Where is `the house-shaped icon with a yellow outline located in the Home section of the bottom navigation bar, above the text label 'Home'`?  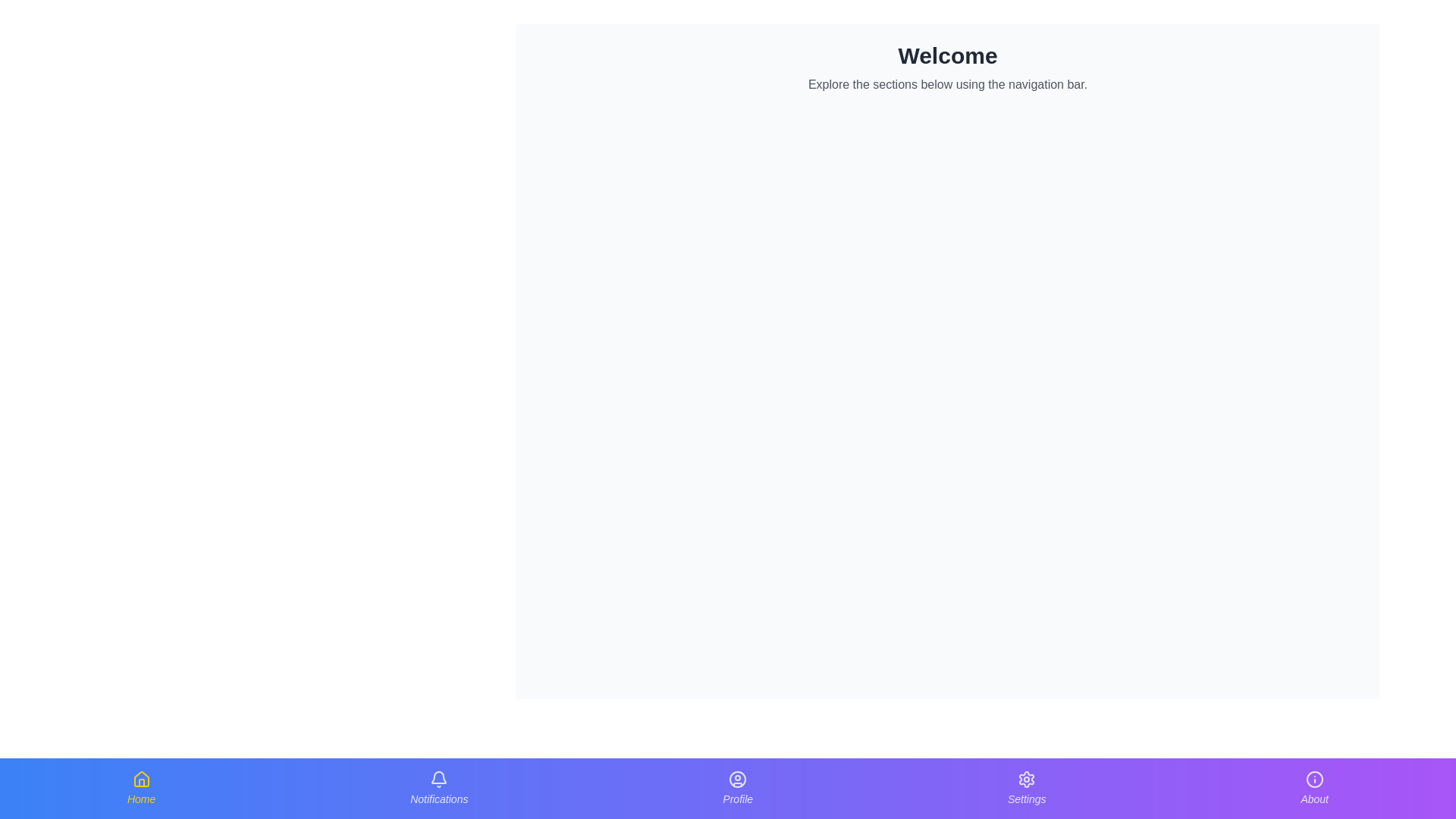
the house-shaped icon with a yellow outline located in the Home section of the bottom navigation bar, above the text label 'Home' is located at coordinates (141, 780).